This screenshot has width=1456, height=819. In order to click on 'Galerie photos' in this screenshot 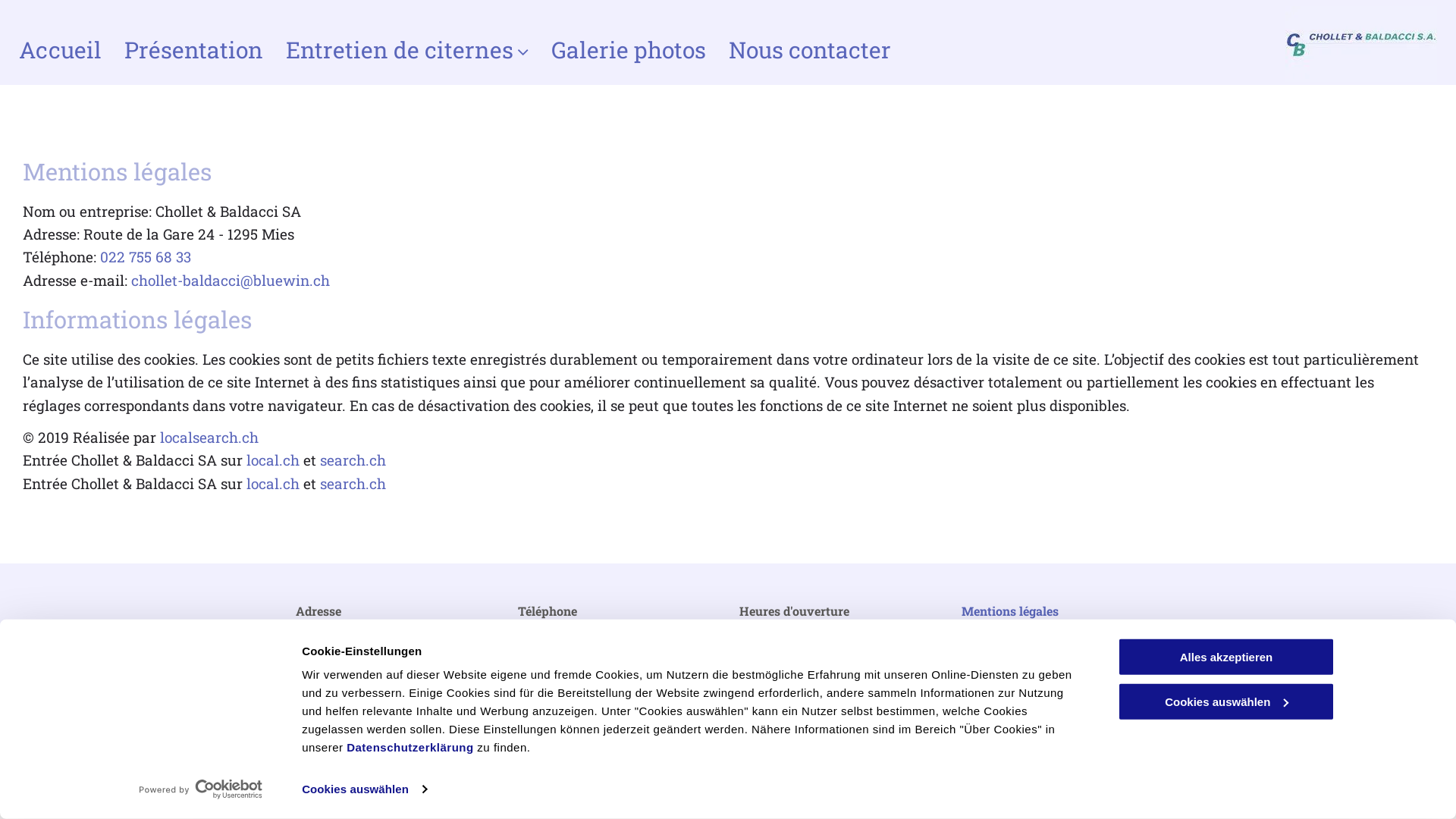, I will do `click(629, 49)`.